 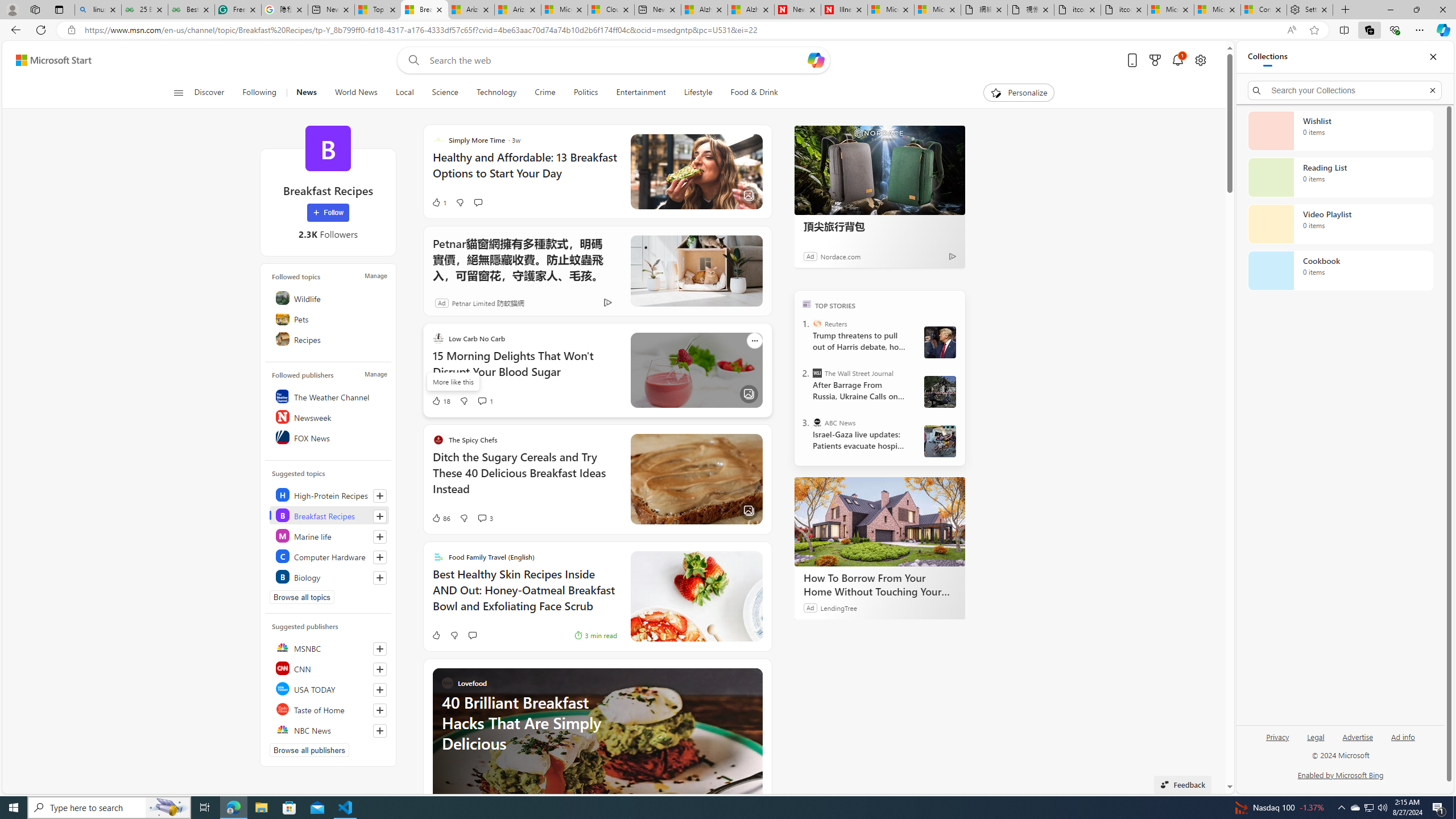 What do you see at coordinates (1263, 9) in the screenshot?
I see `'Consumer Health Data Privacy Policy'` at bounding box center [1263, 9].